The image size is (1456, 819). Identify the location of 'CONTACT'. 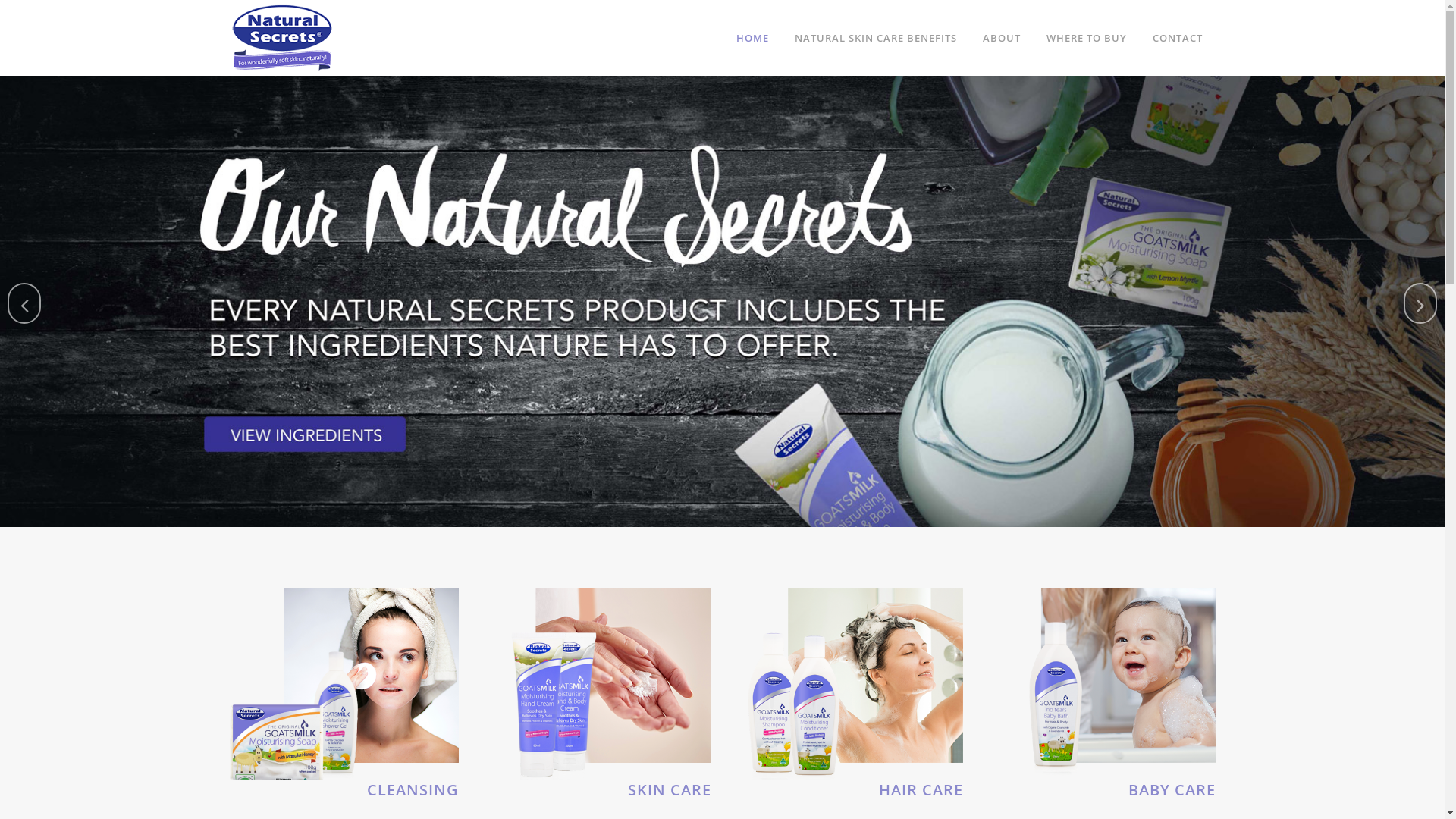
(1175, 37).